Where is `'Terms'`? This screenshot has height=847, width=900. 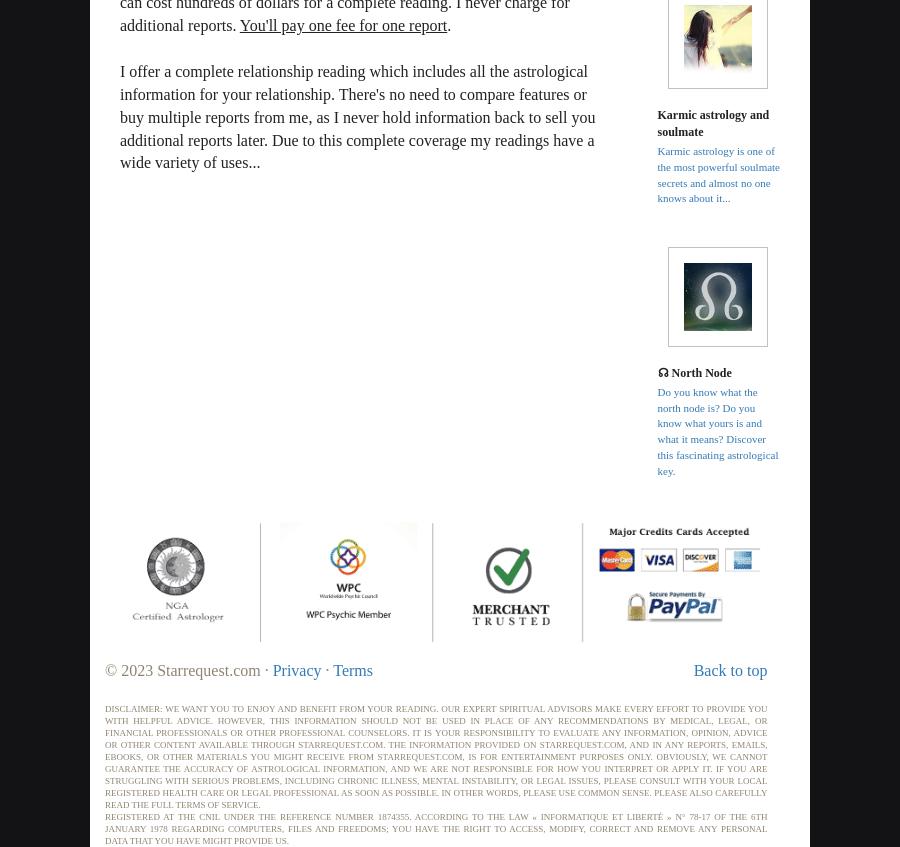 'Terms' is located at coordinates (352, 669).